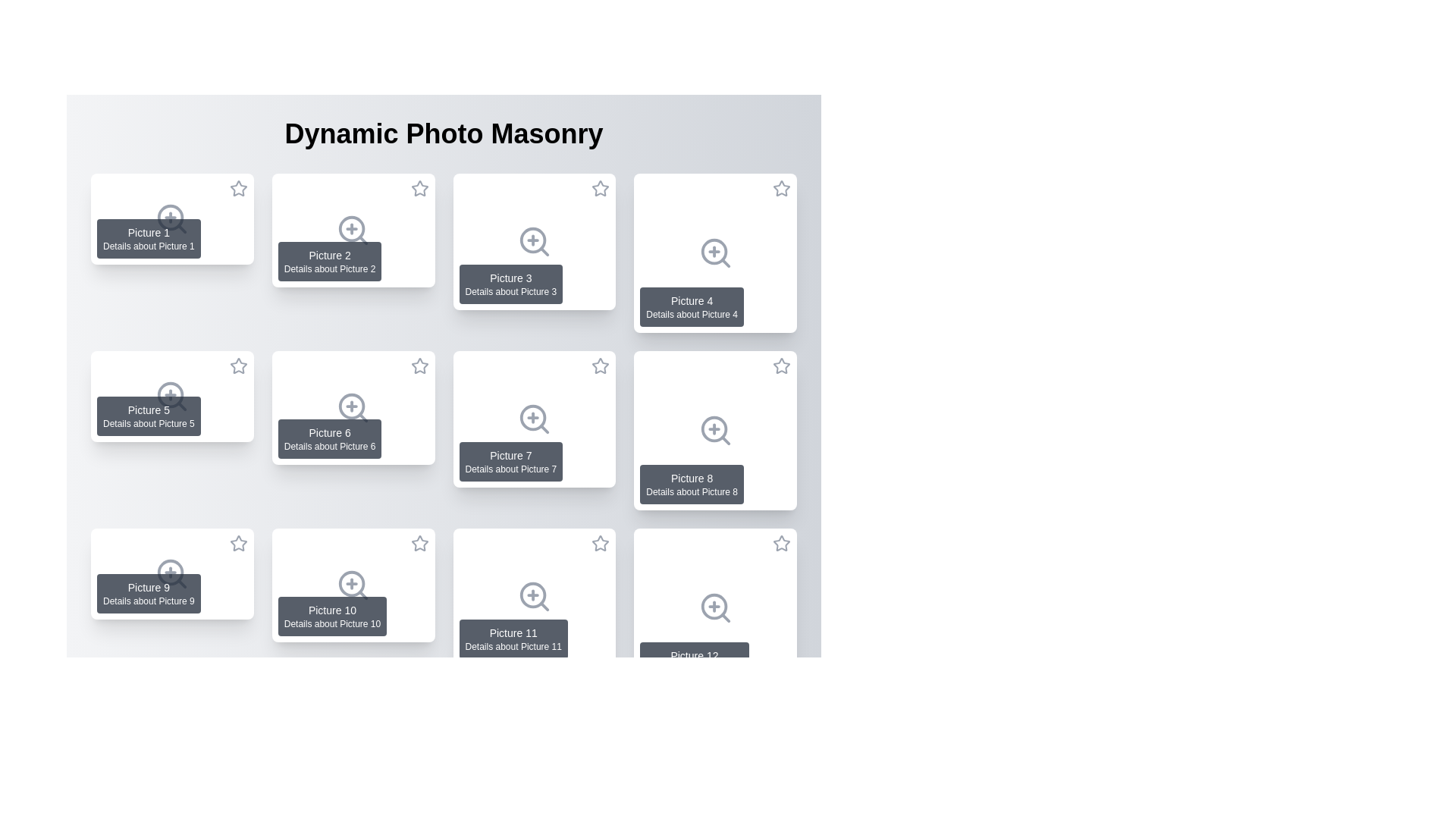 The image size is (1456, 819). What do you see at coordinates (149, 245) in the screenshot?
I see `descriptive text label located directly below the text 'Picture 1', which provides additional information about the image` at bounding box center [149, 245].